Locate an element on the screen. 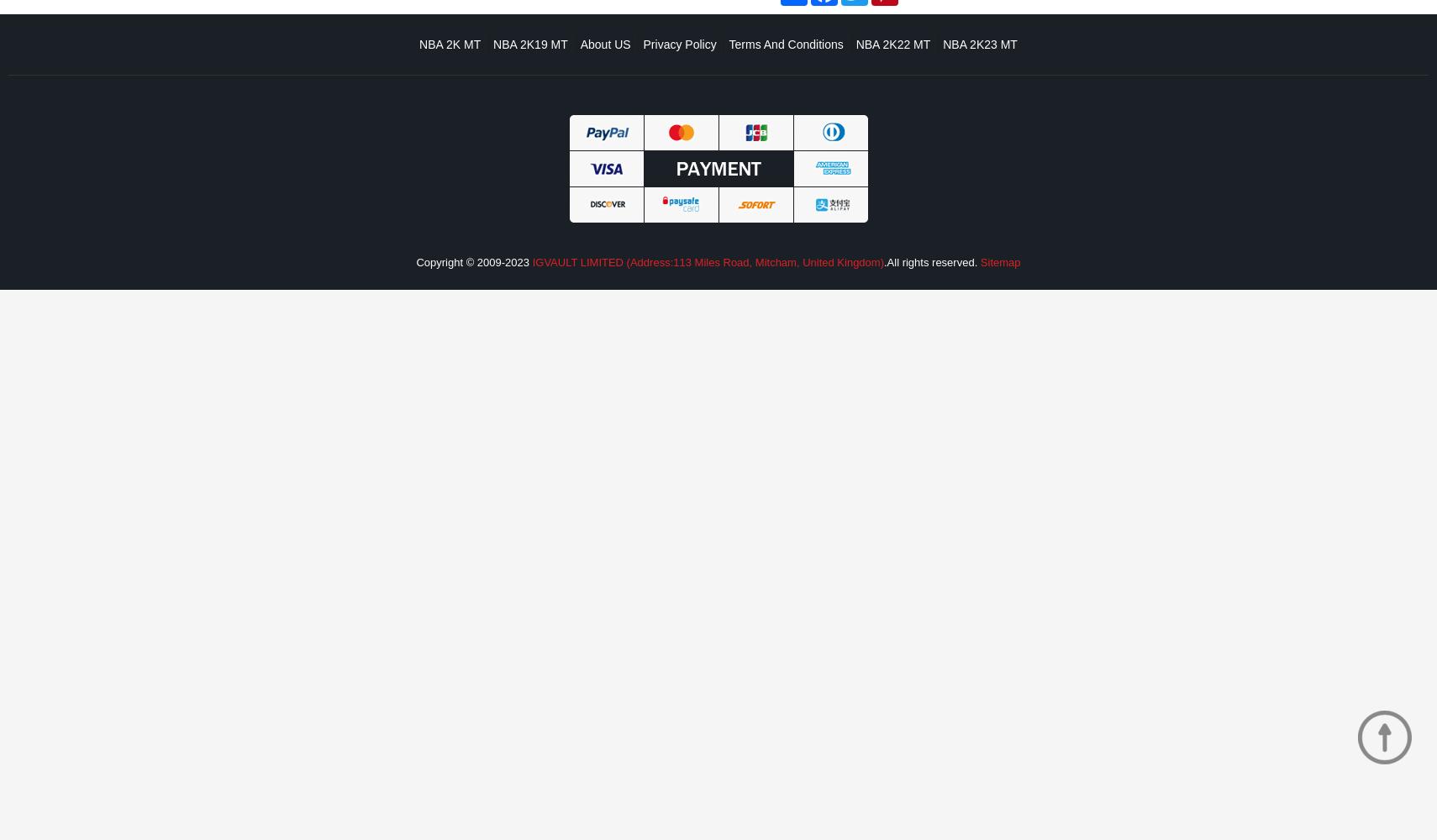  'NBA 2K22 MT' is located at coordinates (892, 45).